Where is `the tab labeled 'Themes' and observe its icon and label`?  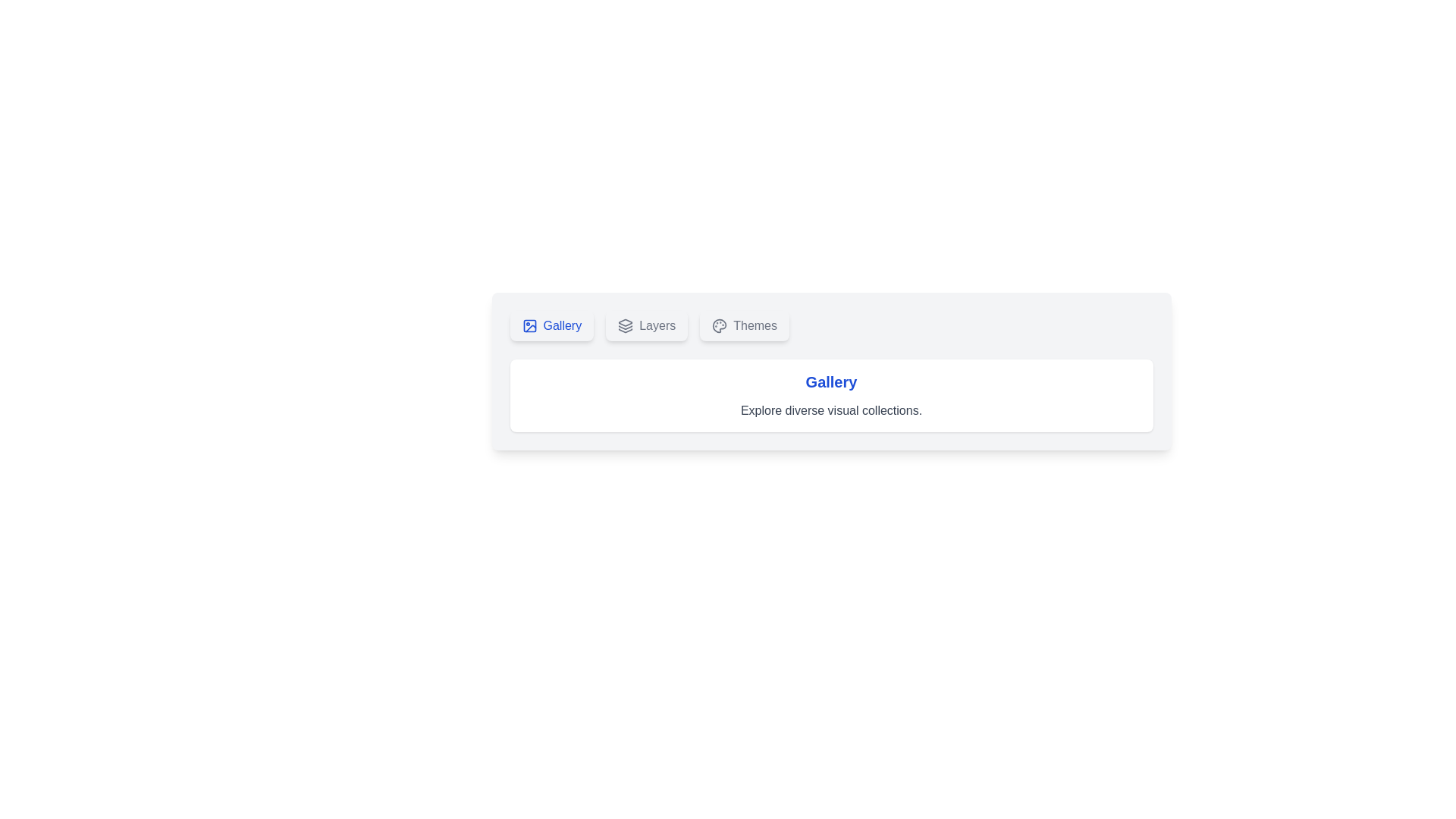 the tab labeled 'Themes' and observe its icon and label is located at coordinates (745, 325).